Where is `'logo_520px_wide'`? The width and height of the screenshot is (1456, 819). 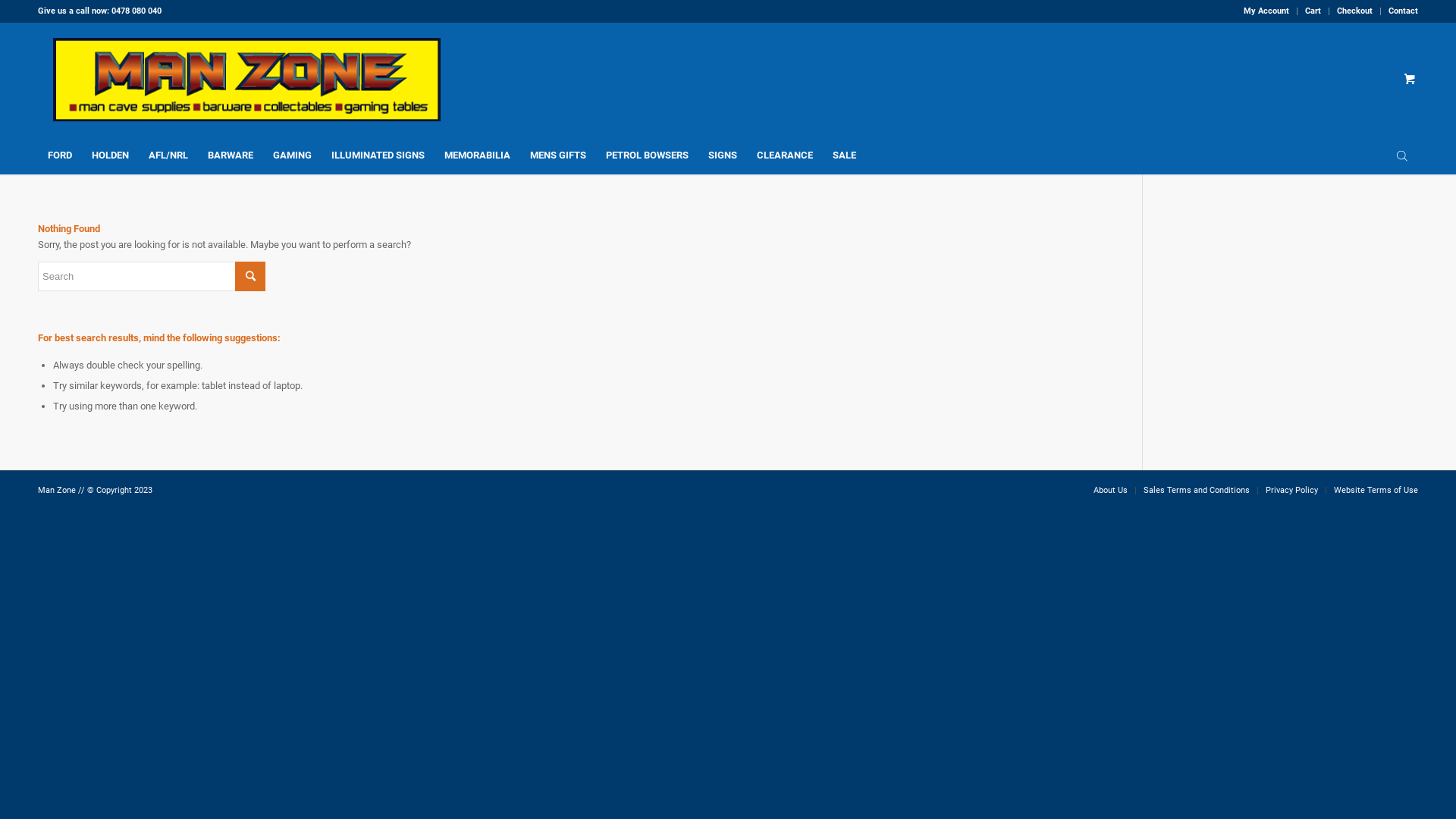 'logo_520px_wide' is located at coordinates (246, 79).